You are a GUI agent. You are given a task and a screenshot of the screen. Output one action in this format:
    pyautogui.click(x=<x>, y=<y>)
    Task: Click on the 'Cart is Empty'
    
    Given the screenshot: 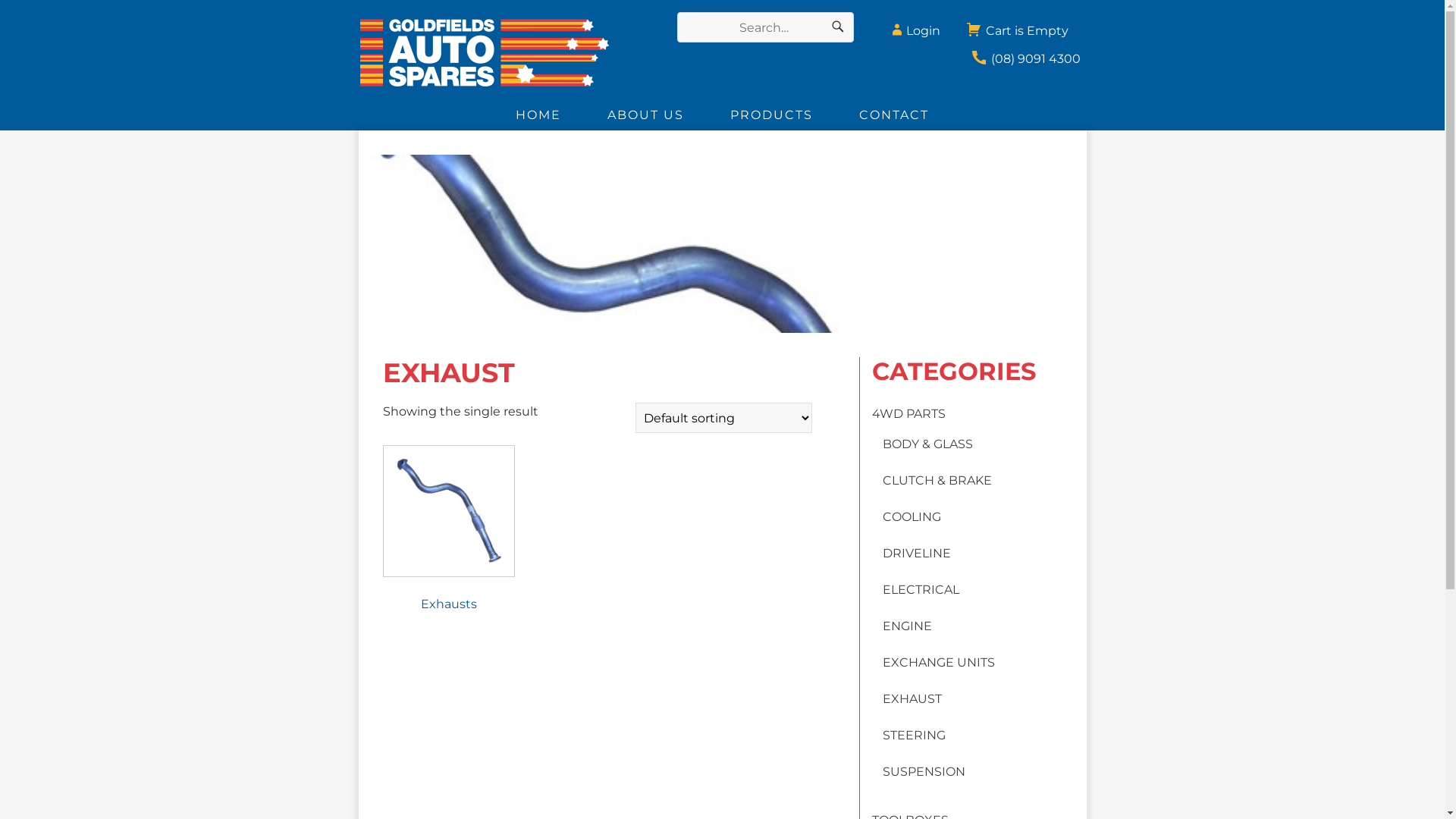 What is the action you would take?
    pyautogui.click(x=1016, y=26)
    